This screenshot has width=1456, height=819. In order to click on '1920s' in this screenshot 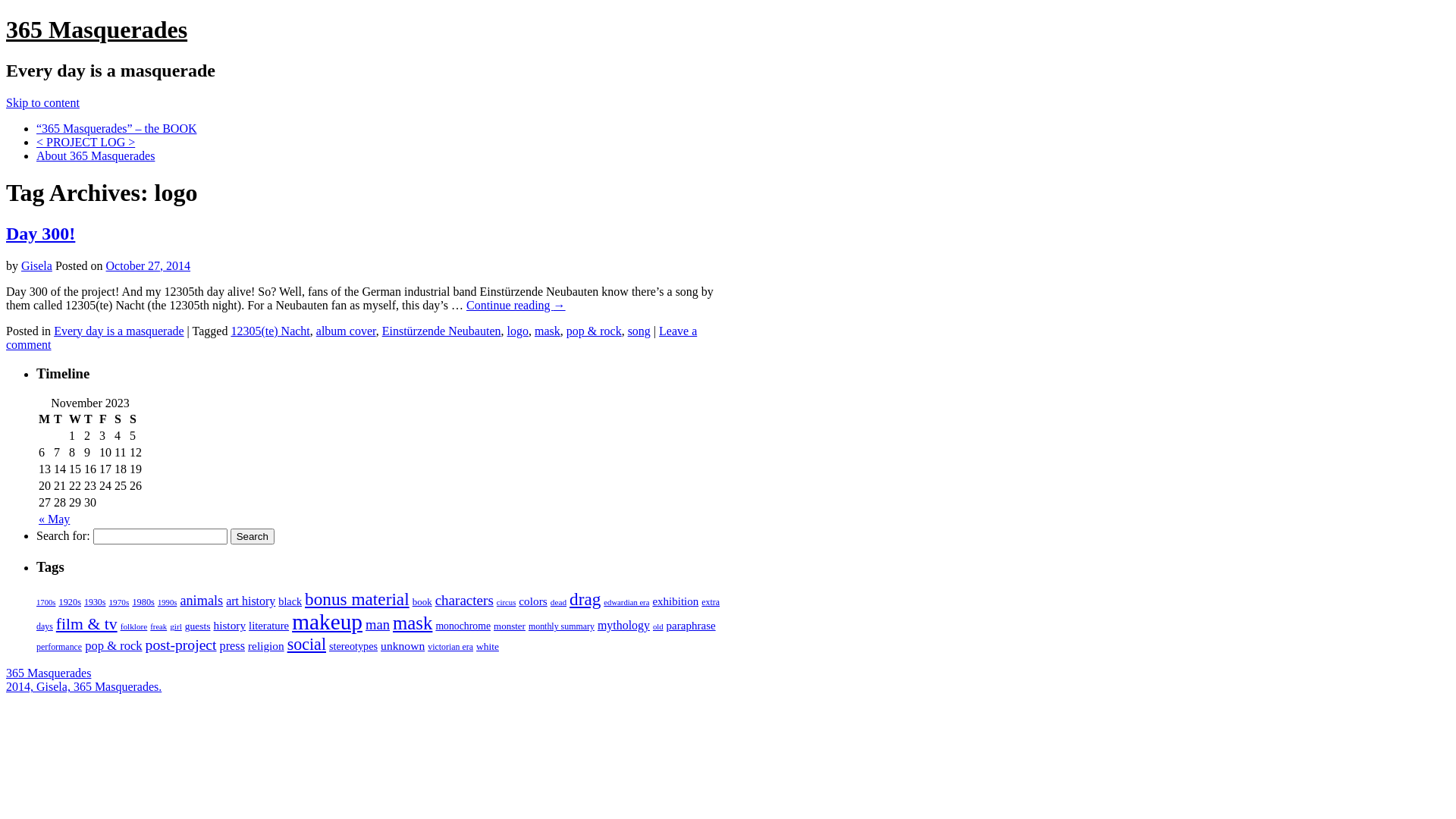, I will do `click(68, 601)`.